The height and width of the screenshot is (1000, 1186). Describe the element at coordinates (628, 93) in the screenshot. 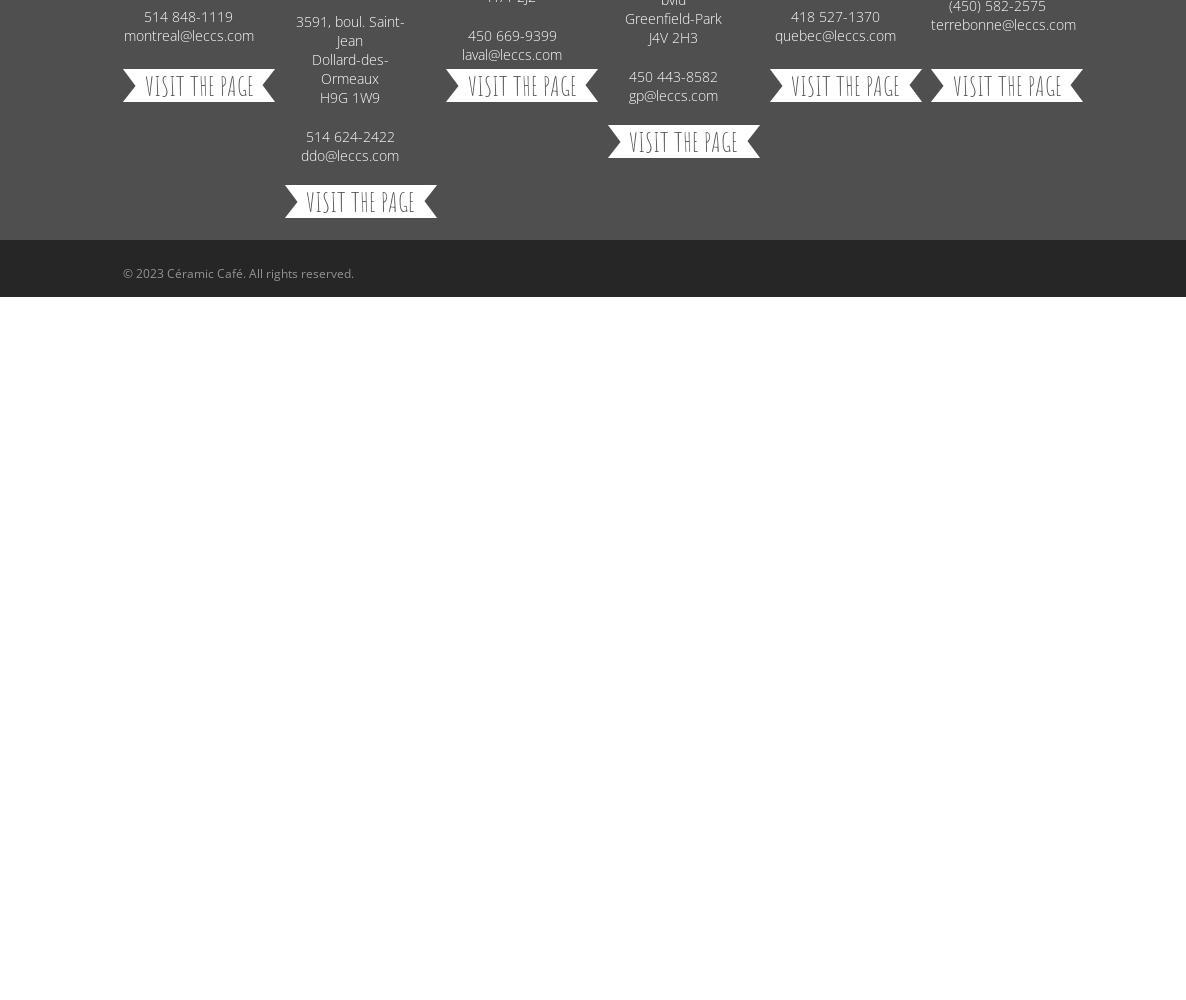

I see `'gp@leccs.com'` at that location.